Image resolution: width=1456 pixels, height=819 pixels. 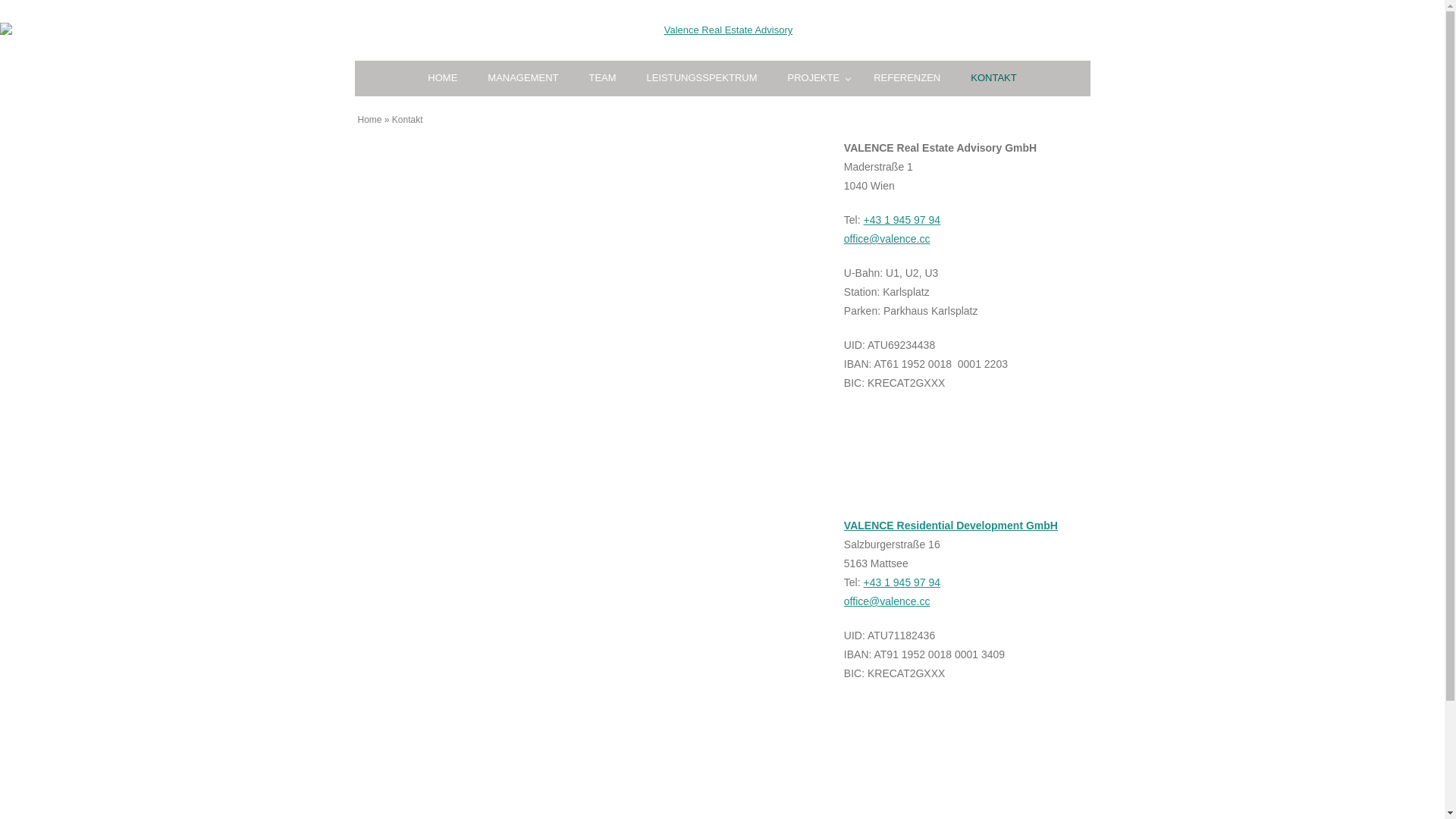 What do you see at coordinates (472, 78) in the screenshot?
I see `'MANAGEMENT'` at bounding box center [472, 78].